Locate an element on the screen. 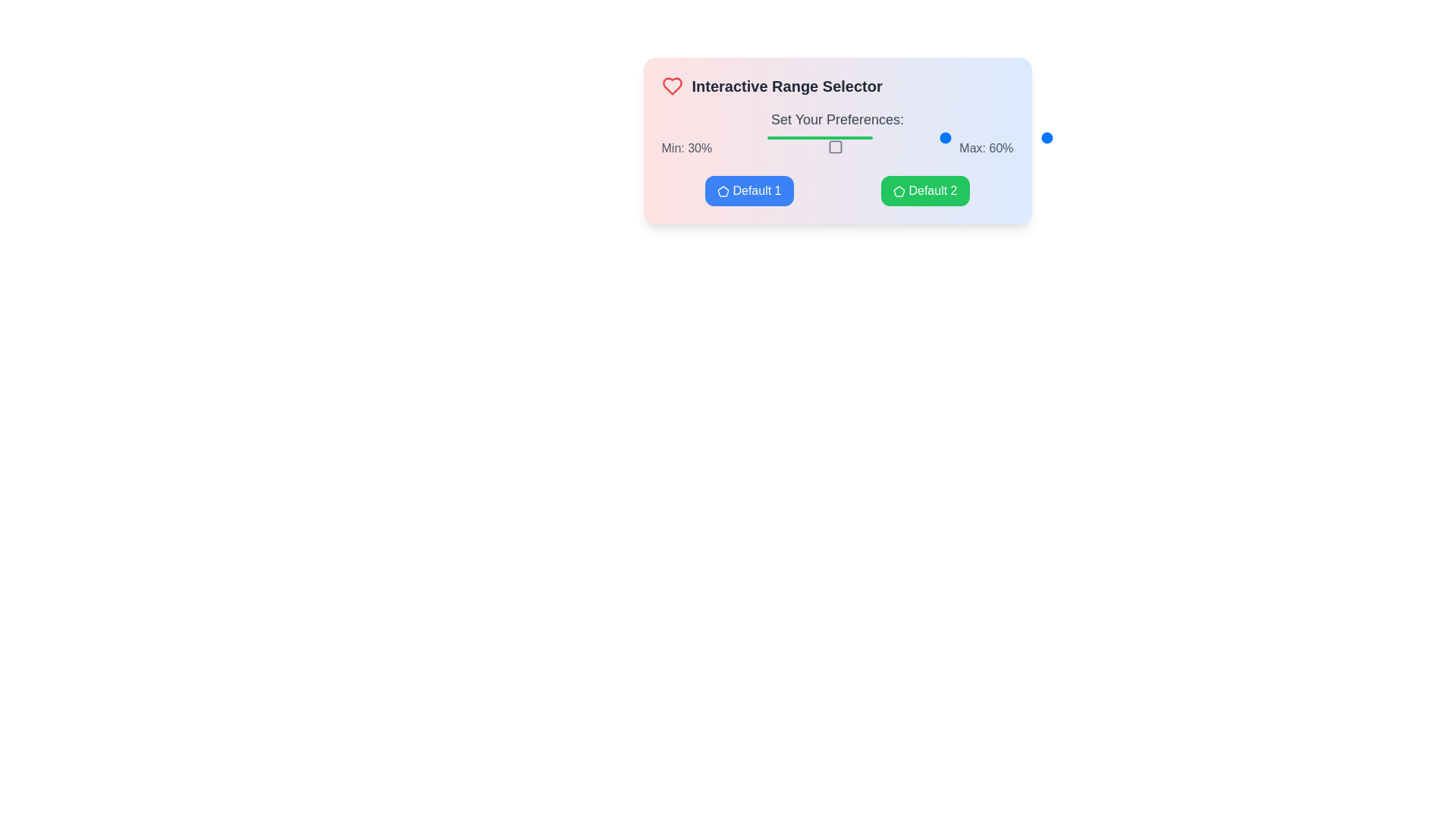  the decorative checkbox element located below the 'Set Your Preferences:' text and above the green horizontal line is located at coordinates (835, 146).